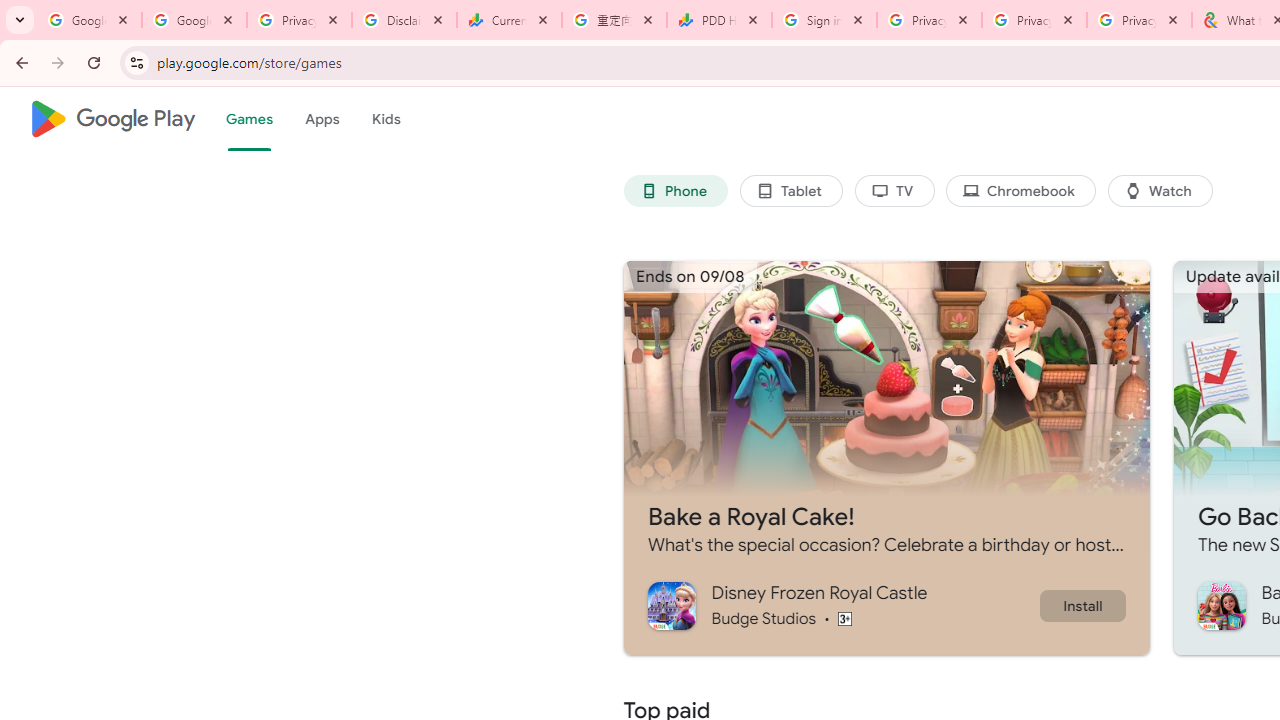  I want to click on 'TV', so click(893, 191).